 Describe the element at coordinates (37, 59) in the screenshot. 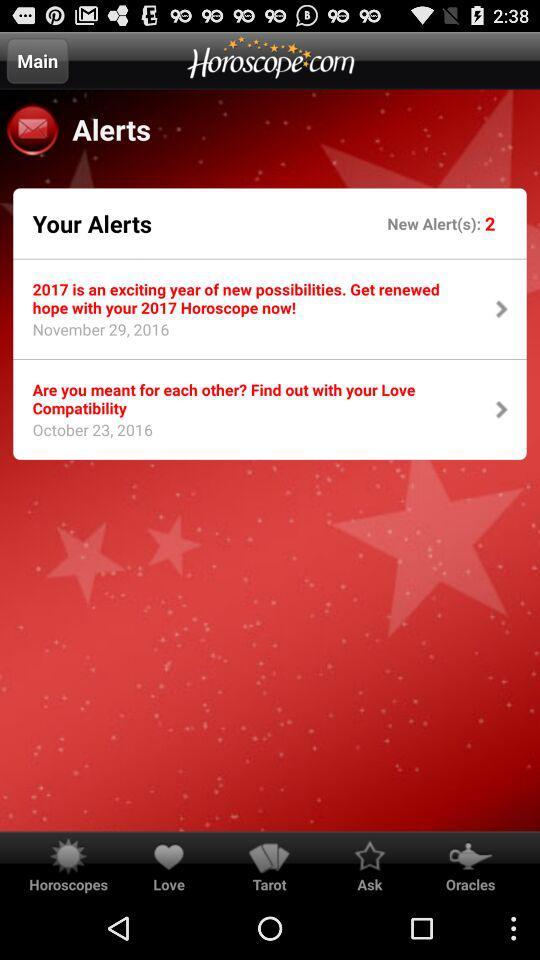

I see `main` at that location.